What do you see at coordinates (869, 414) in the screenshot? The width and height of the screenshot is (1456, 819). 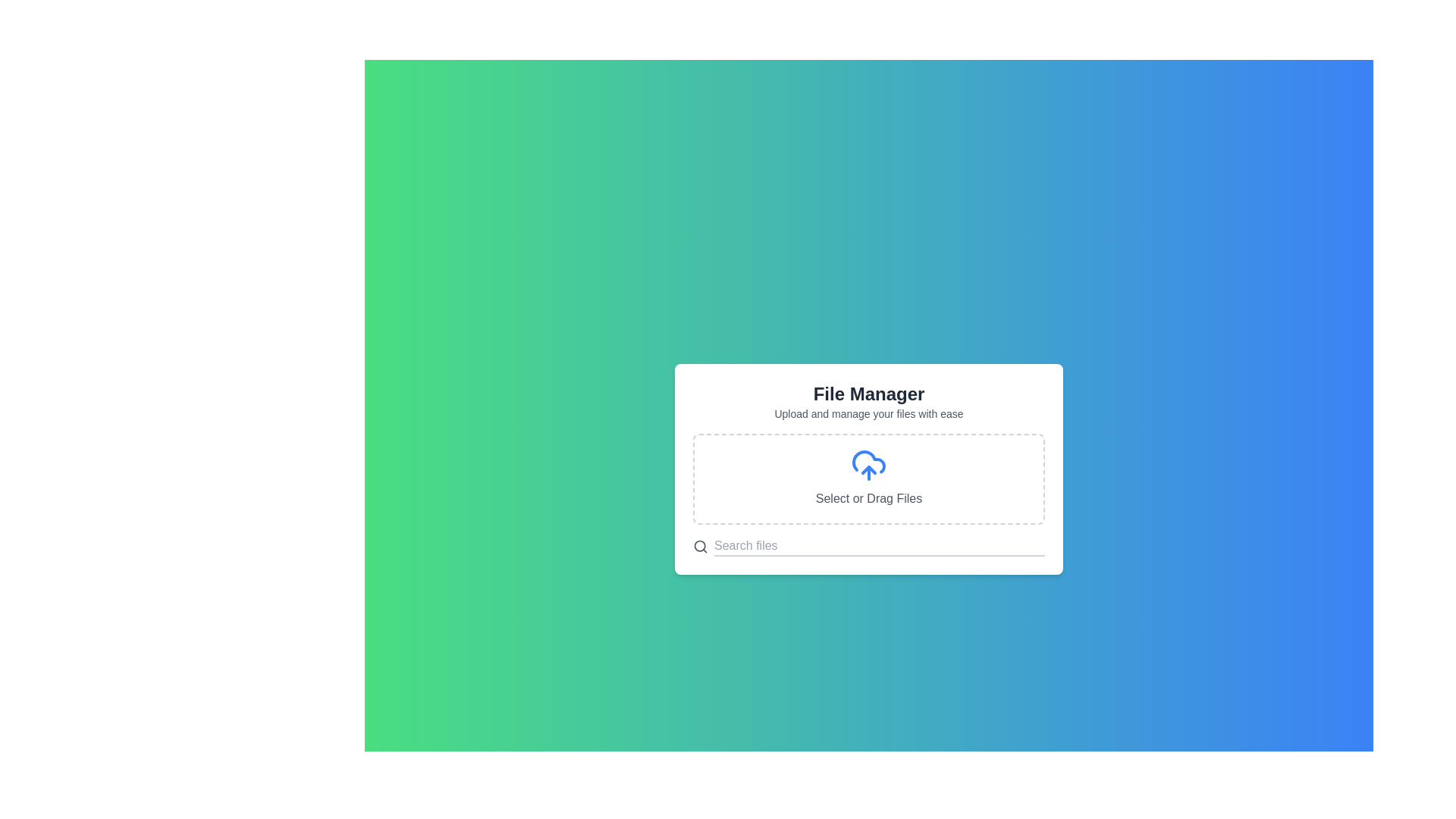 I see `the text label that provides supportive information about the 'File Manager', positioned directly beneath the primary title` at bounding box center [869, 414].